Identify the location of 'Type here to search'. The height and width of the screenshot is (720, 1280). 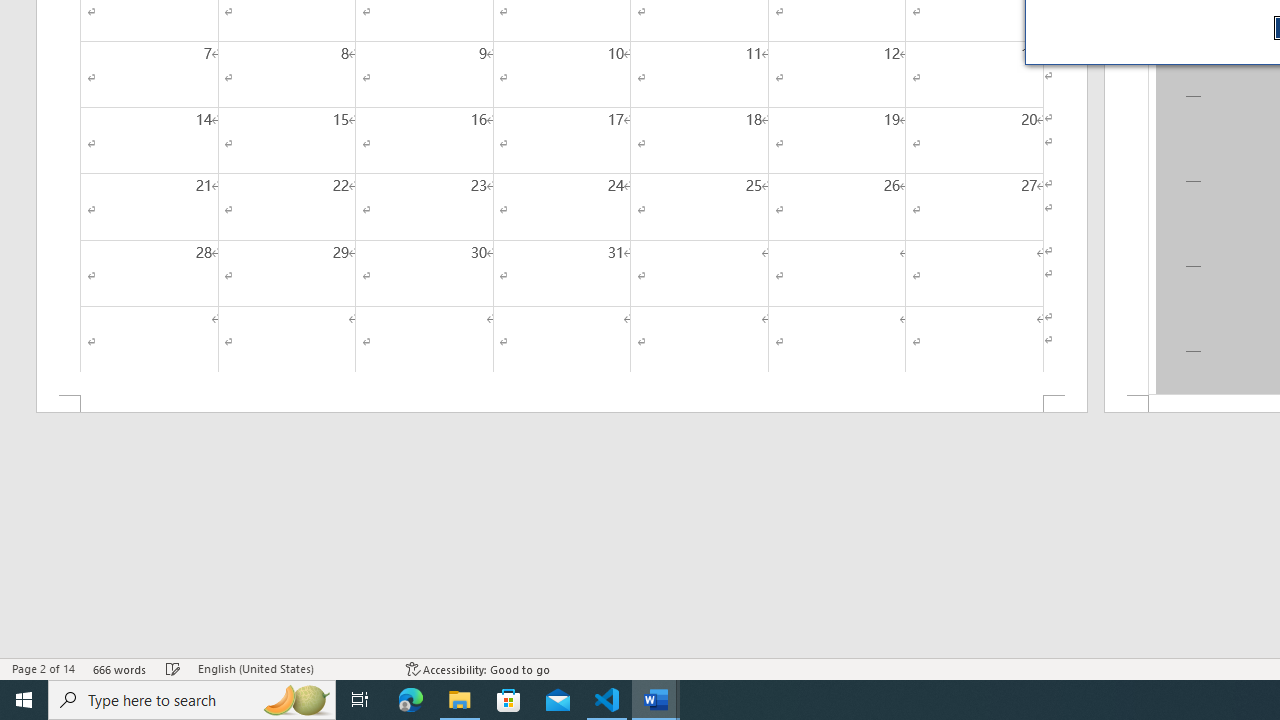
(192, 698).